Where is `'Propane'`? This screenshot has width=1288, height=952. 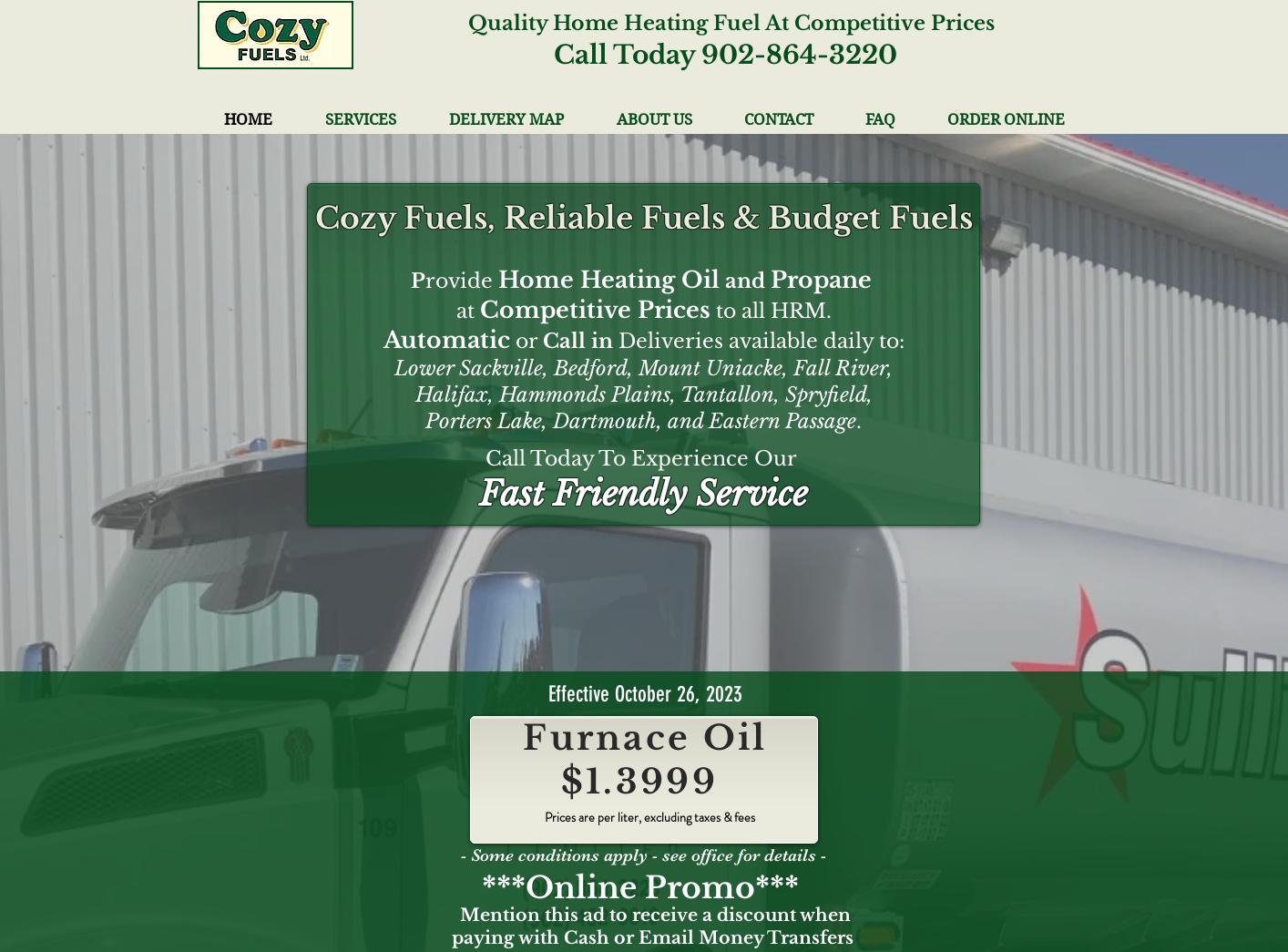
'Propane' is located at coordinates (820, 280).